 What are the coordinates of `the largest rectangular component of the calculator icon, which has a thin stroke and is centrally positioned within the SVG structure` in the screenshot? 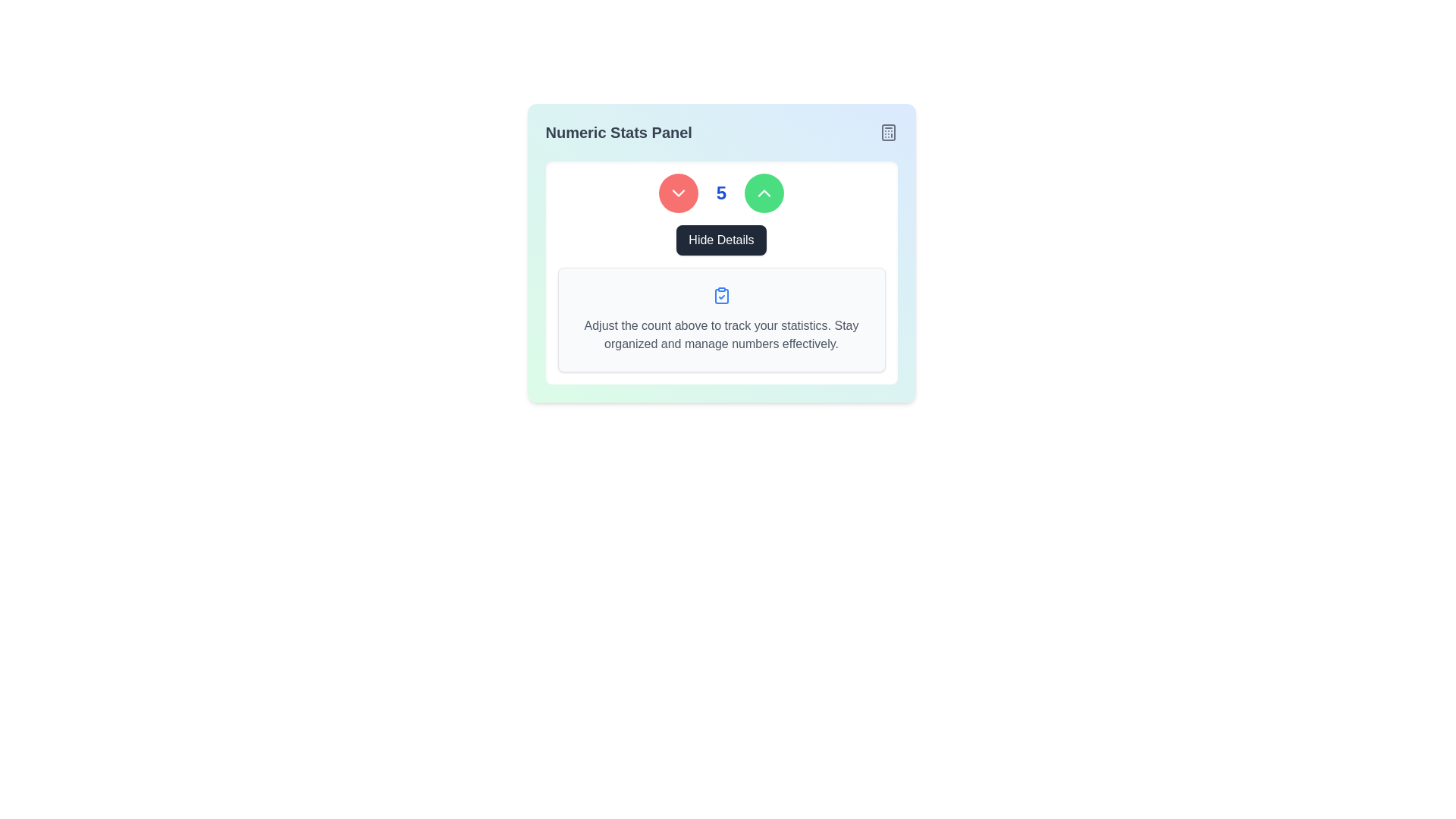 It's located at (888, 131).